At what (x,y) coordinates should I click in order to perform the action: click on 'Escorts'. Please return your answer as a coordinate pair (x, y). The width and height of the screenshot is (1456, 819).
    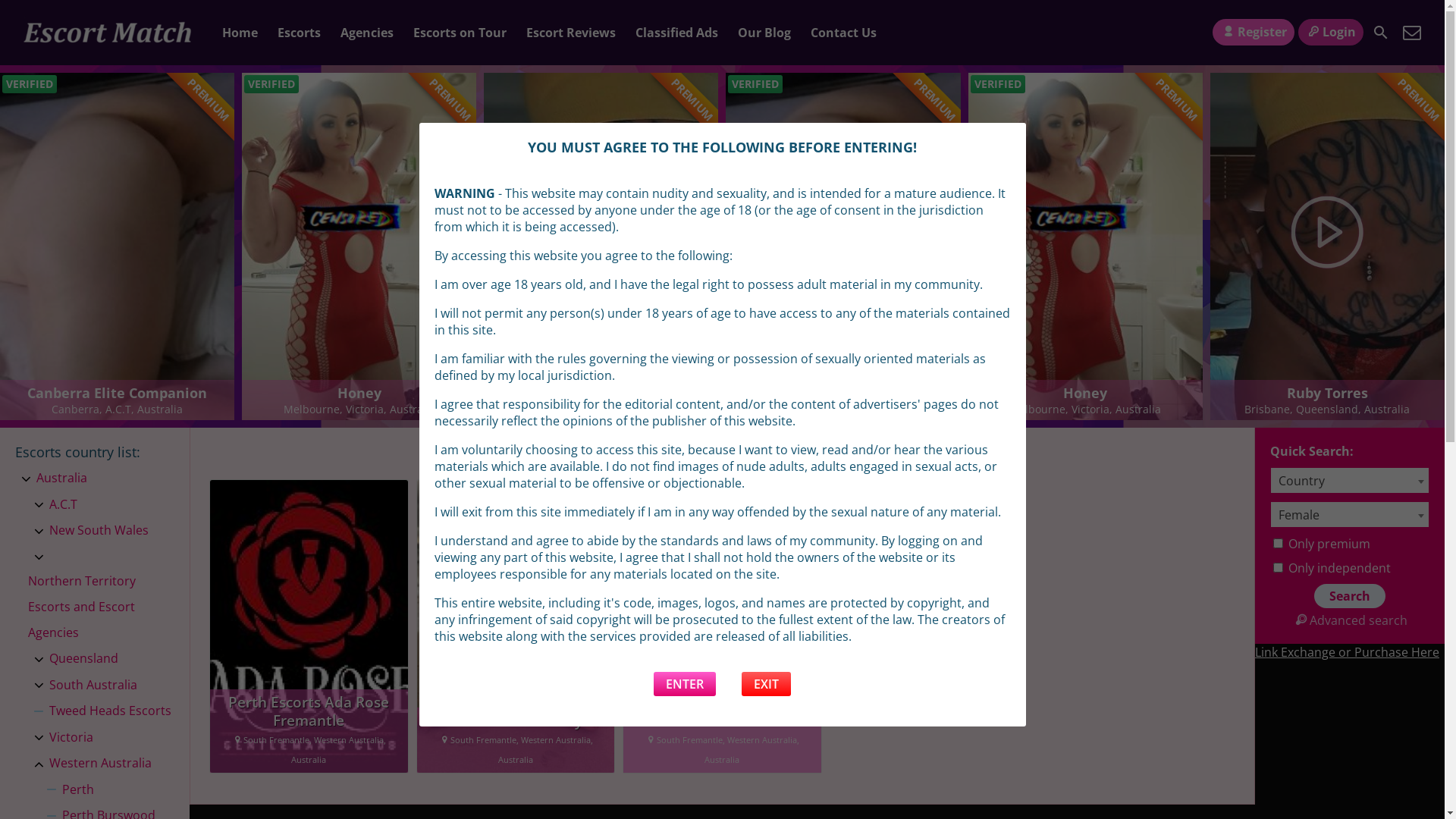
    Looking at the image, I should click on (268, 33).